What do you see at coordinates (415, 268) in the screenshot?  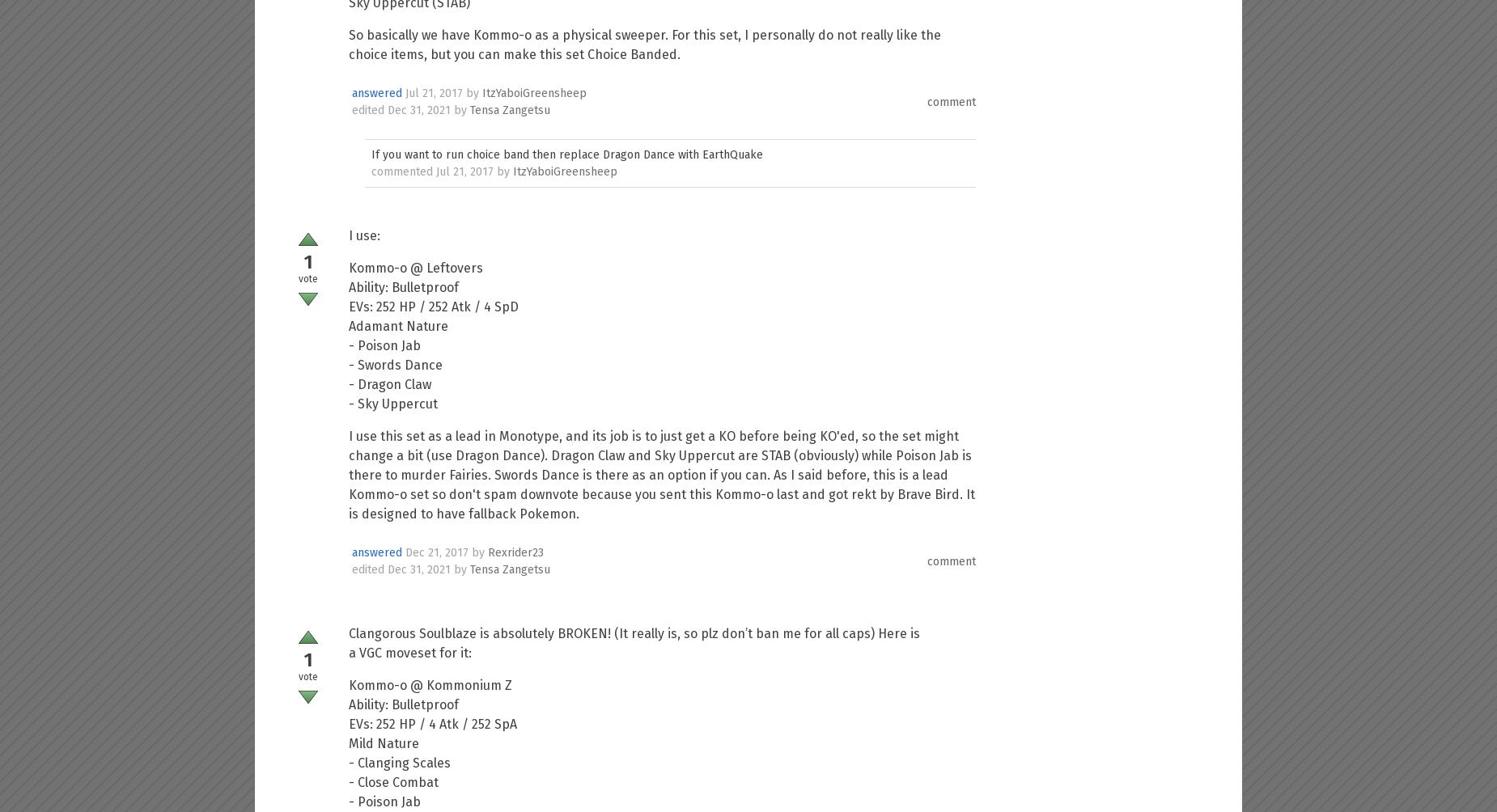 I see `'Kommo-o @ Leftovers'` at bounding box center [415, 268].